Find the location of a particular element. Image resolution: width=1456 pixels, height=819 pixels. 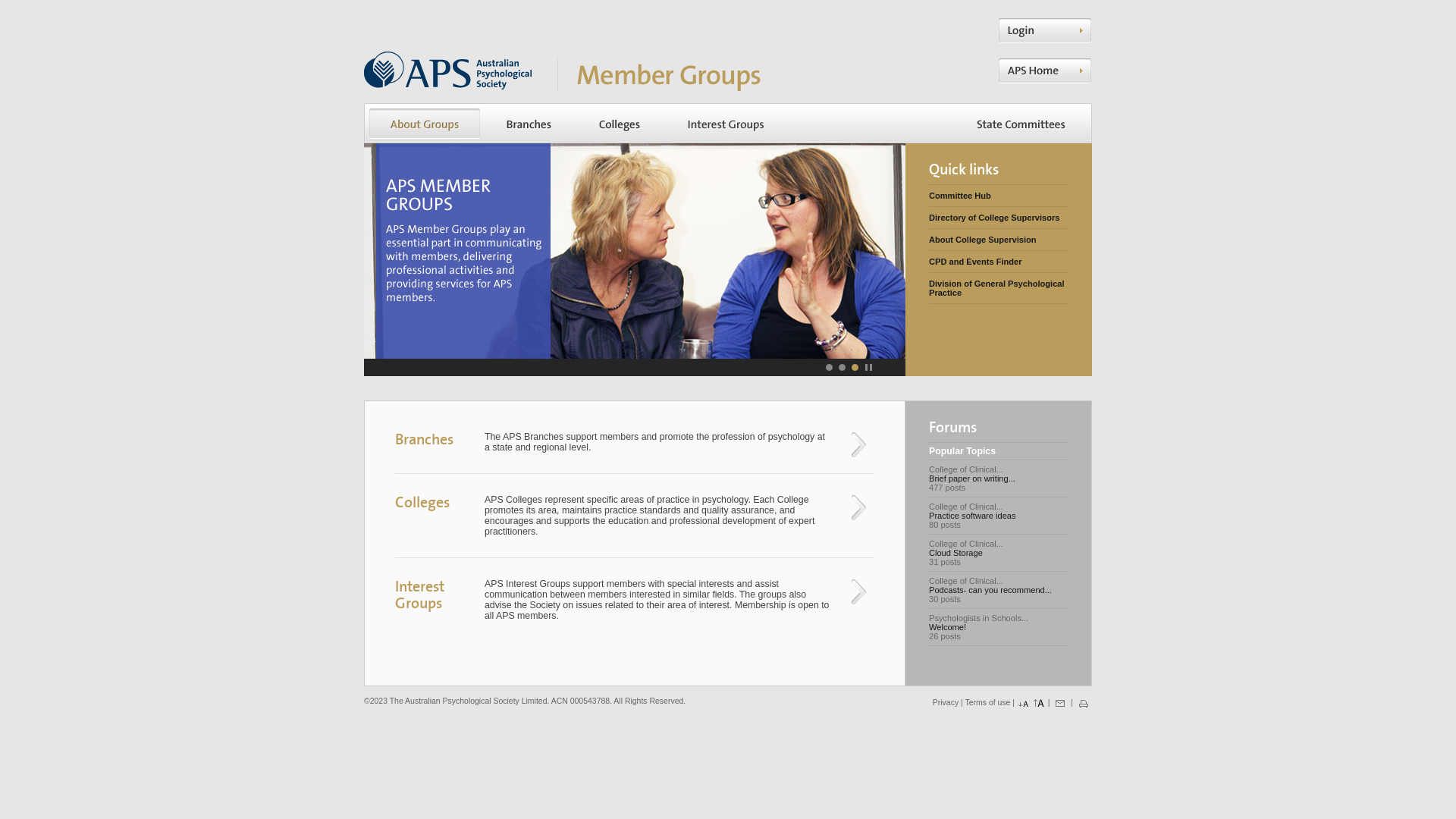

'Email this page to a friend' is located at coordinates (1059, 703).